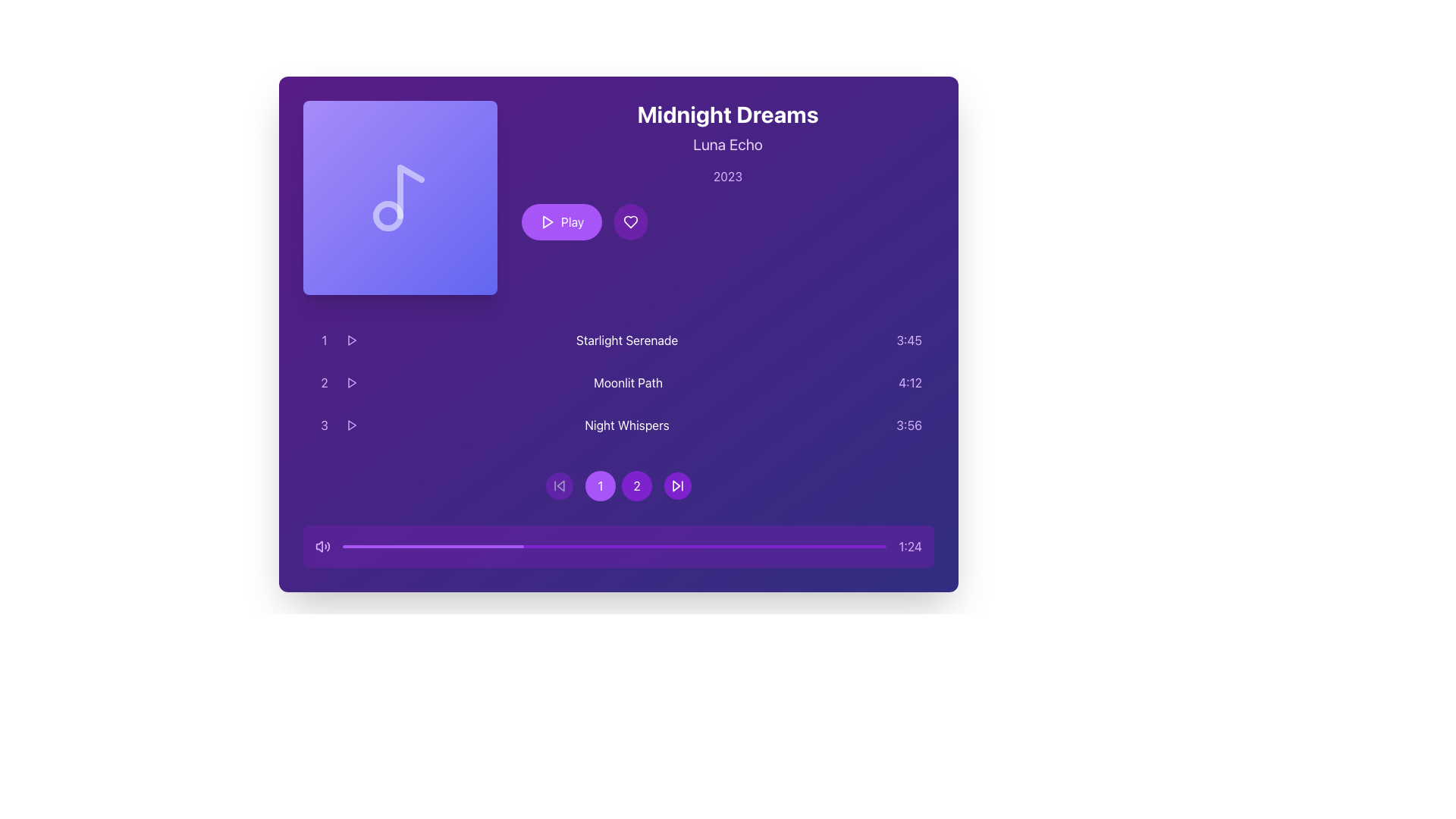 This screenshot has height=819, width=1456. I want to click on the triangular play icon in the third row of the vertical list of play icons to enable keyboard navigation, so click(351, 425).